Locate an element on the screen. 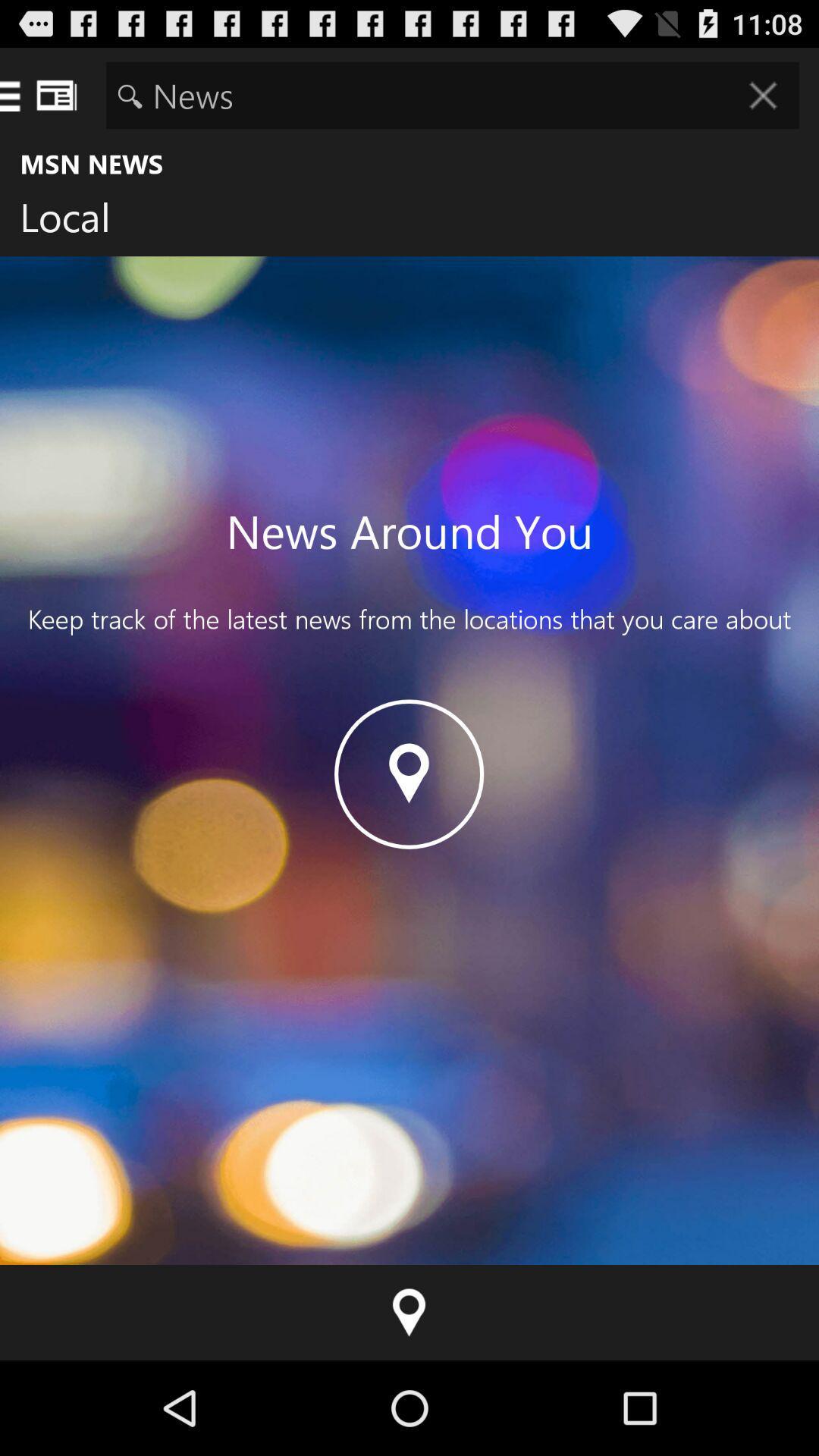 Image resolution: width=819 pixels, height=1456 pixels. the item above msn news item is located at coordinates (452, 94).